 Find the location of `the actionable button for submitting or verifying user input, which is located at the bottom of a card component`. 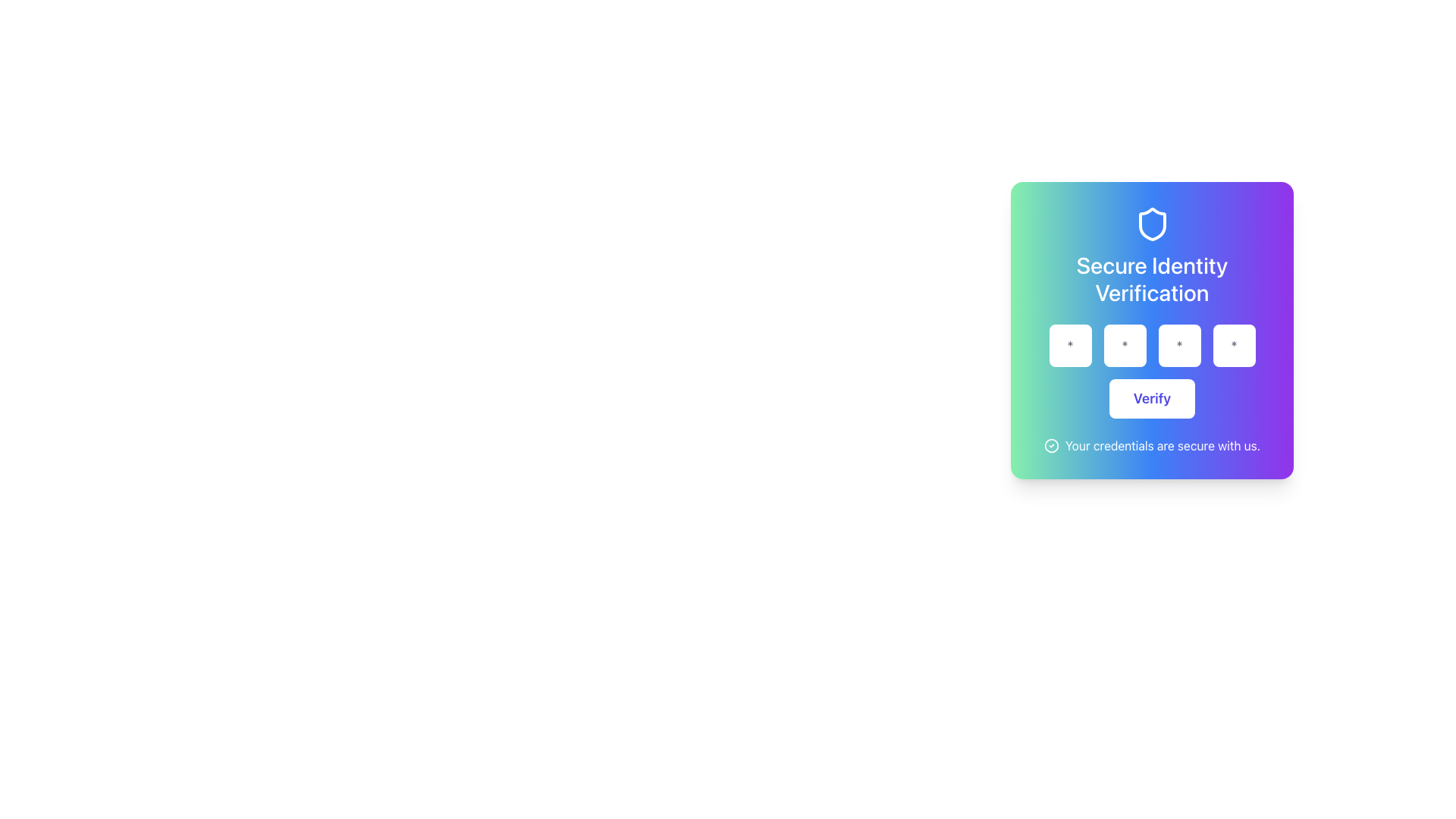

the actionable button for submitting or verifying user input, which is located at the bottom of a card component is located at coordinates (1152, 397).